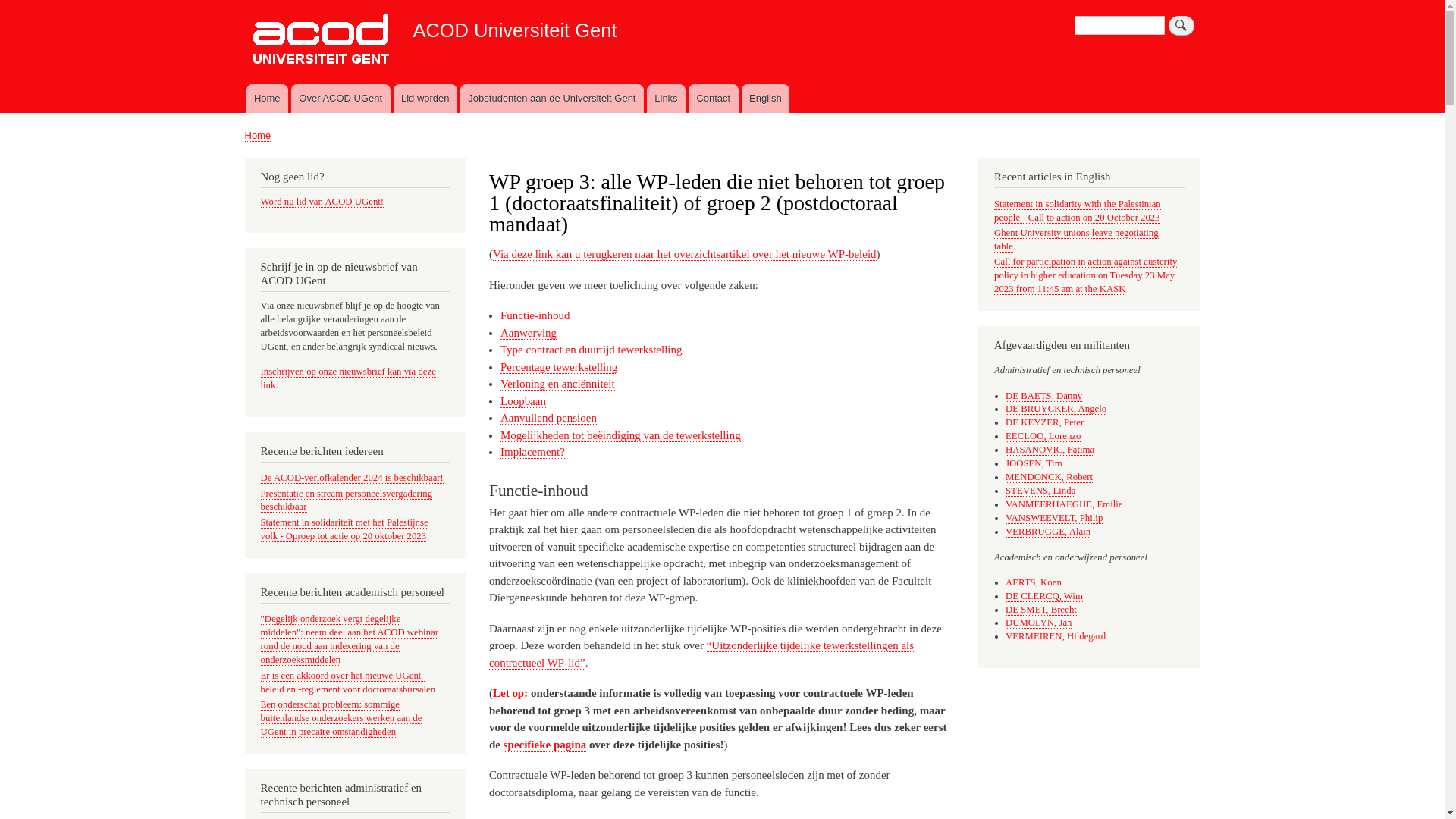 This screenshot has width=1456, height=819. What do you see at coordinates (393, 99) in the screenshot?
I see `'Lid worden'` at bounding box center [393, 99].